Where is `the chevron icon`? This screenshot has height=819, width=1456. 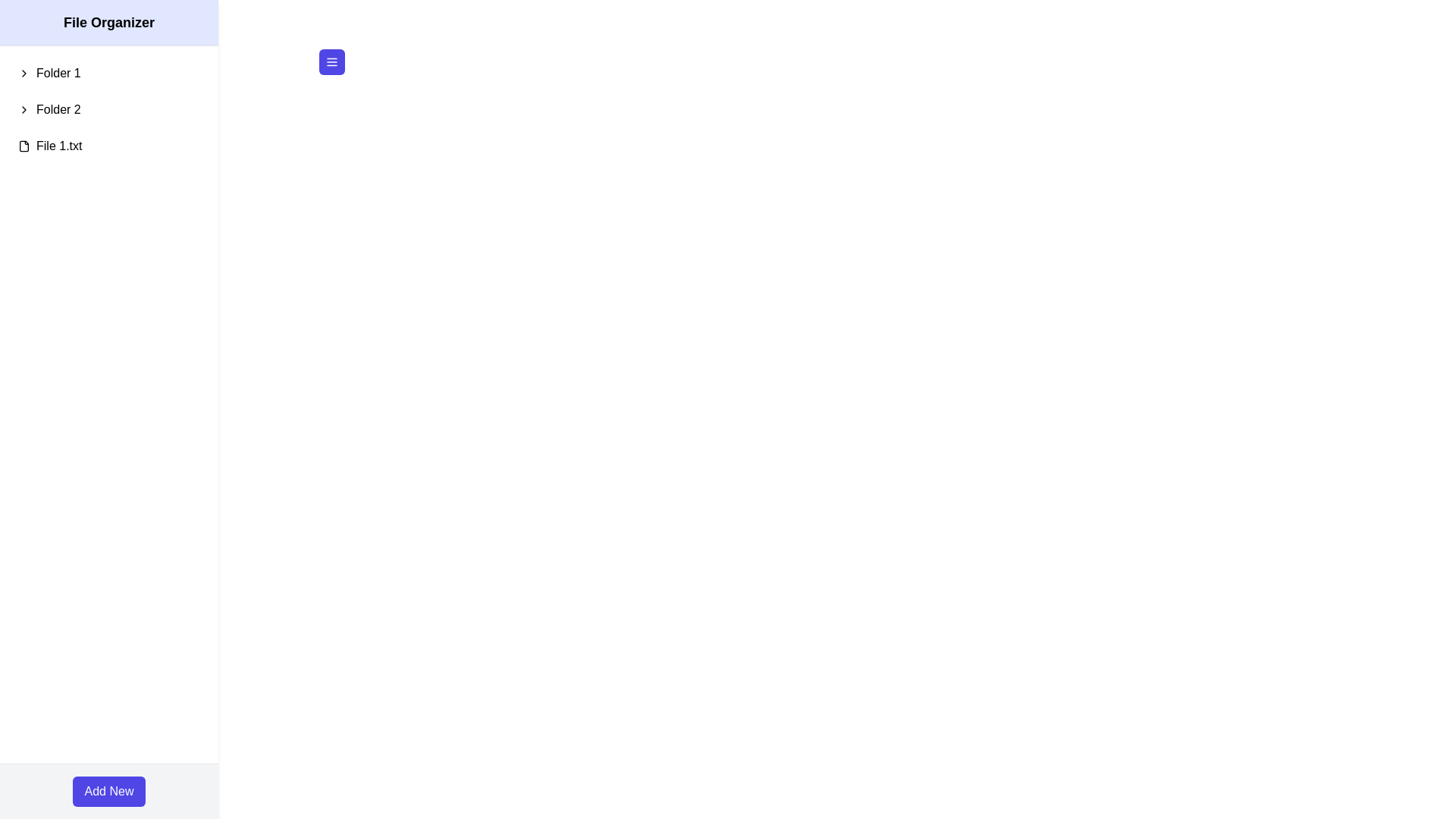 the chevron icon is located at coordinates (24, 109).